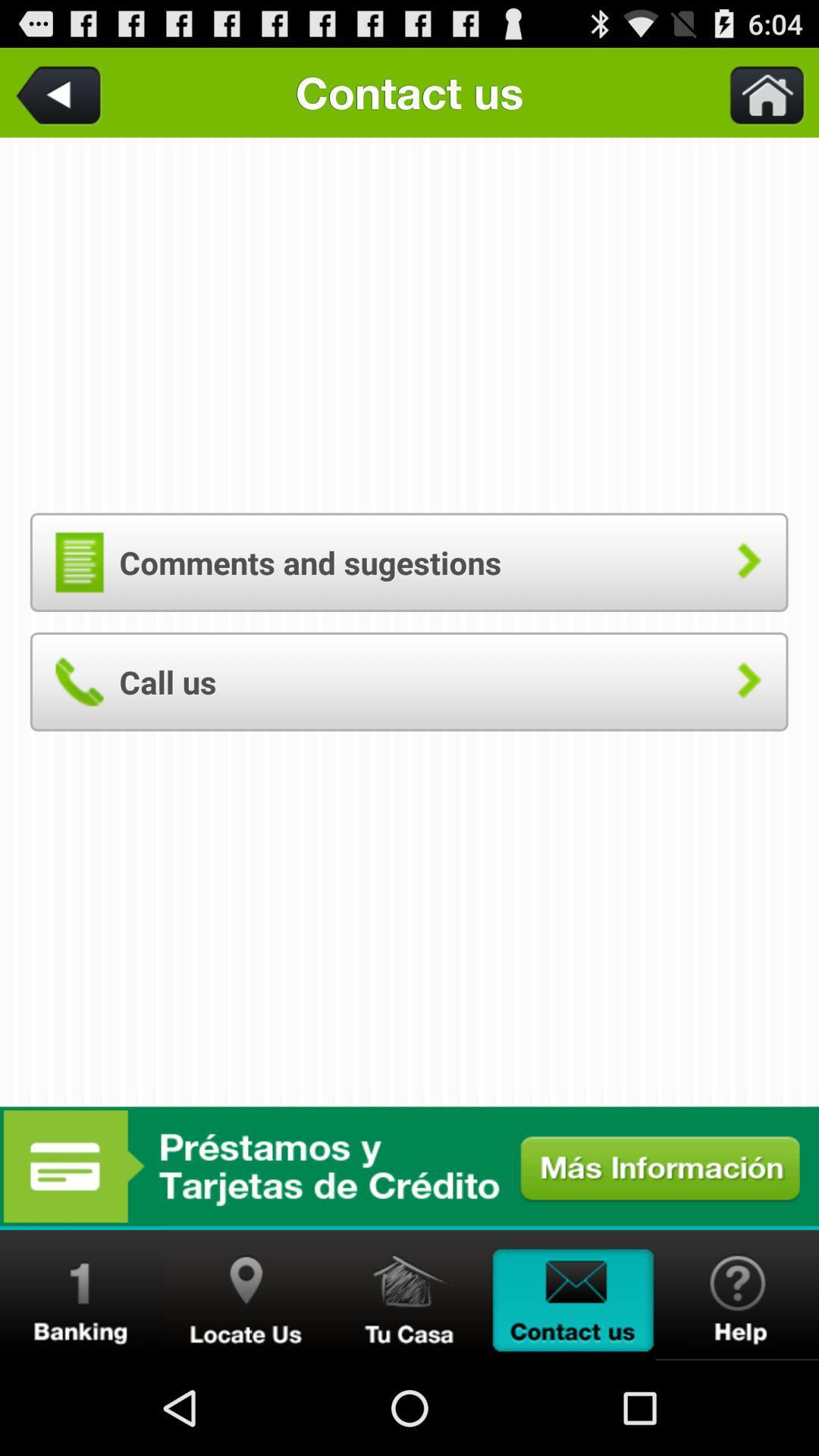 The image size is (819, 1456). I want to click on the home icon, so click(409, 1386).